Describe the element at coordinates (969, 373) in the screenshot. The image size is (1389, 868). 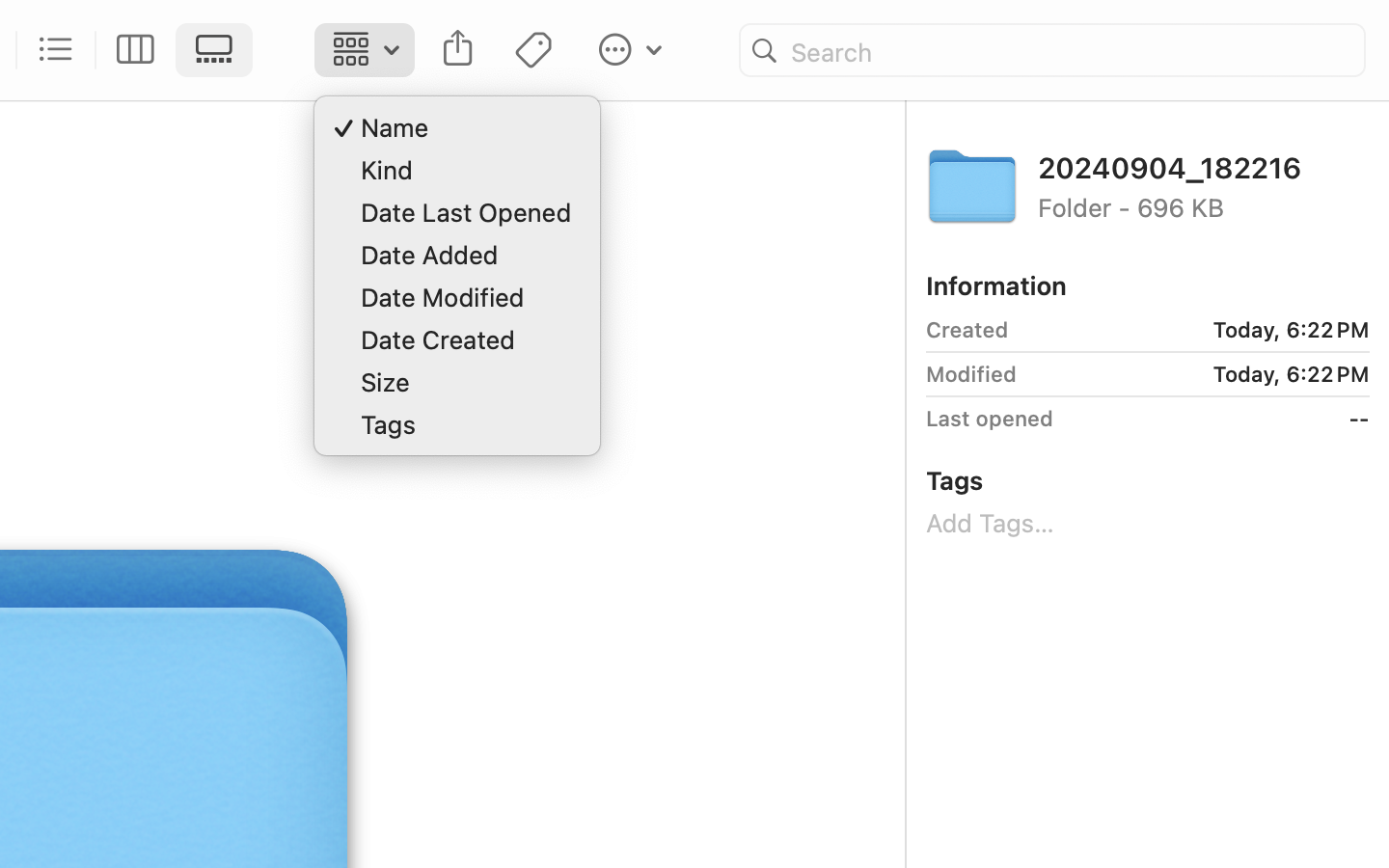
I see `'Modified'` at that location.